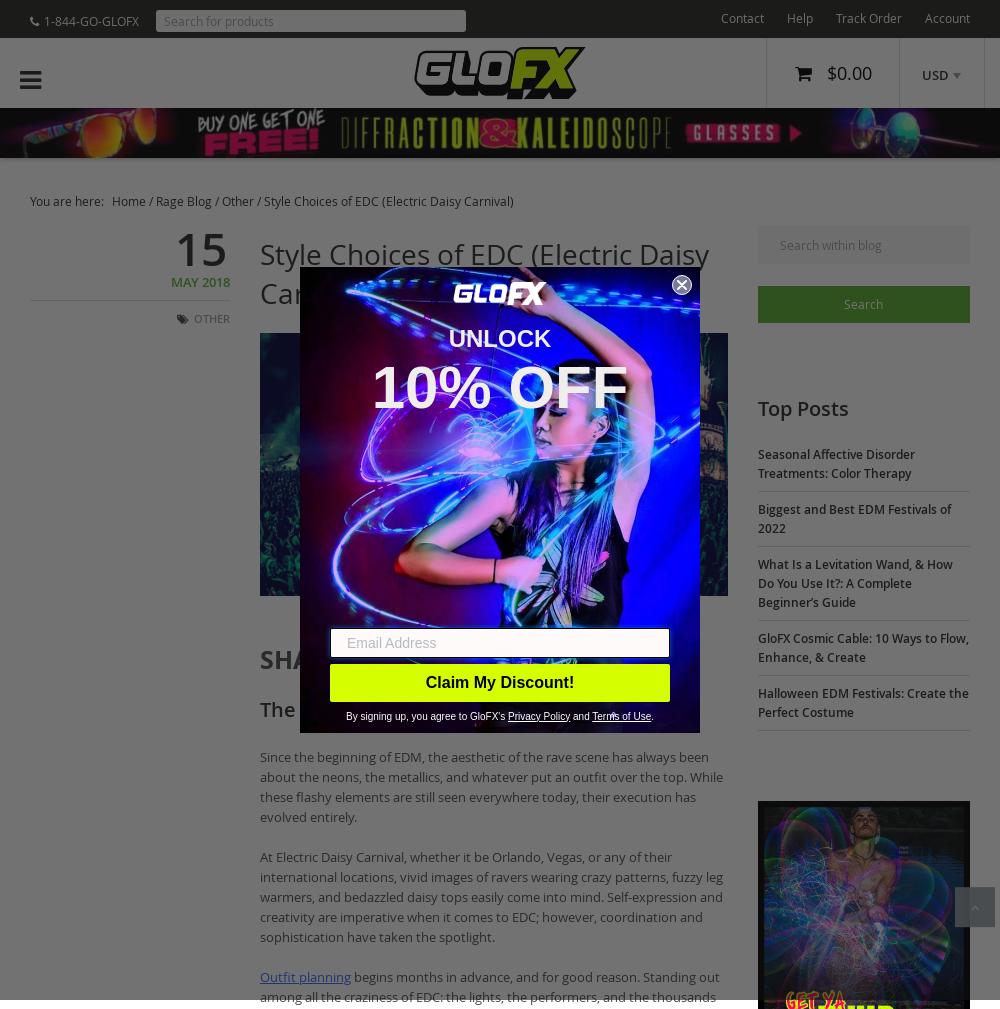 This screenshot has width=1000, height=1009. I want to click on 'Halloween EDM Festivals: Create the Perfect Costume', so click(757, 702).